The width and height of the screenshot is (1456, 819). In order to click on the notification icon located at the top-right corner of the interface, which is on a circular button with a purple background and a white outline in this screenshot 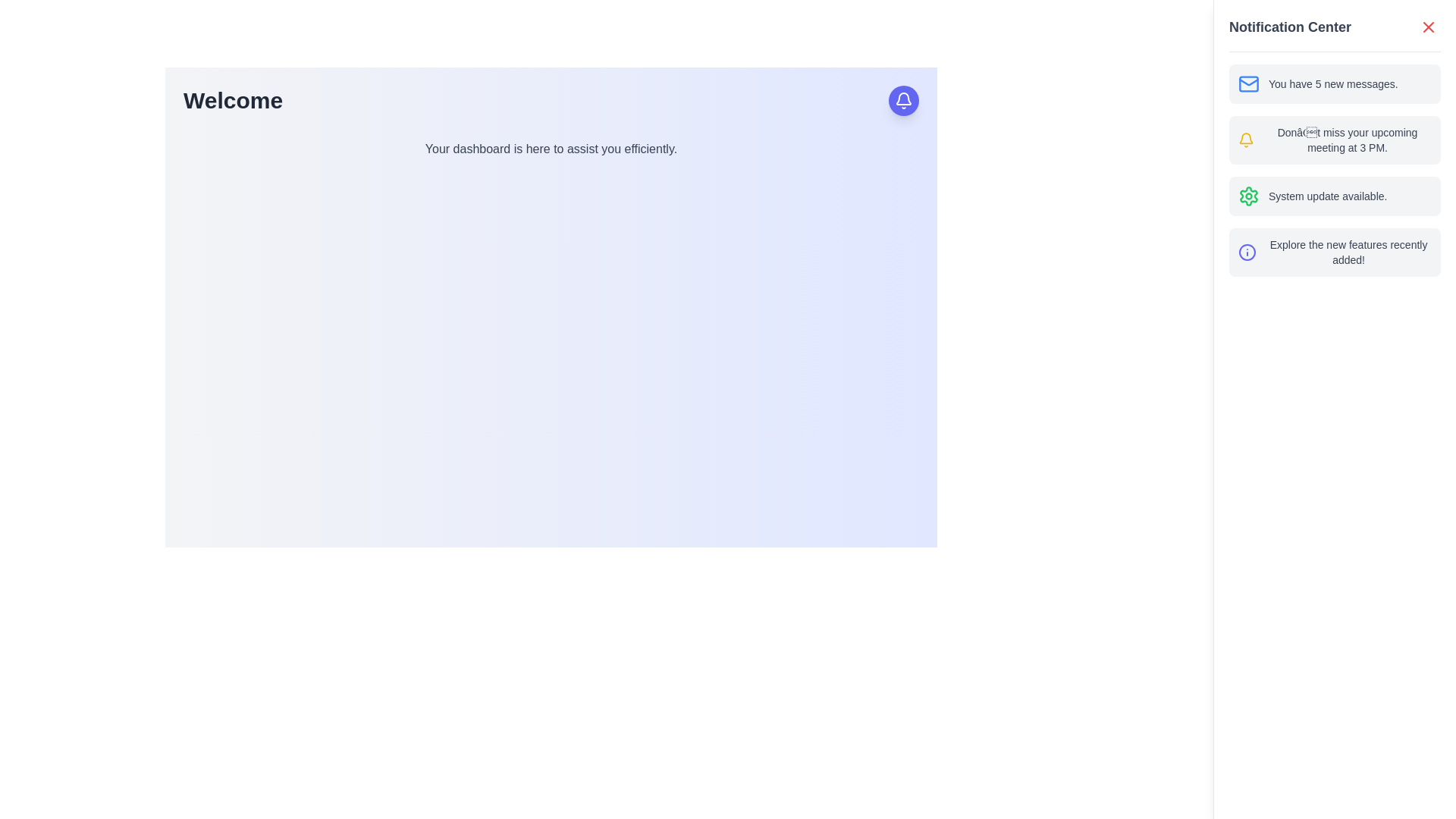, I will do `click(903, 100)`.